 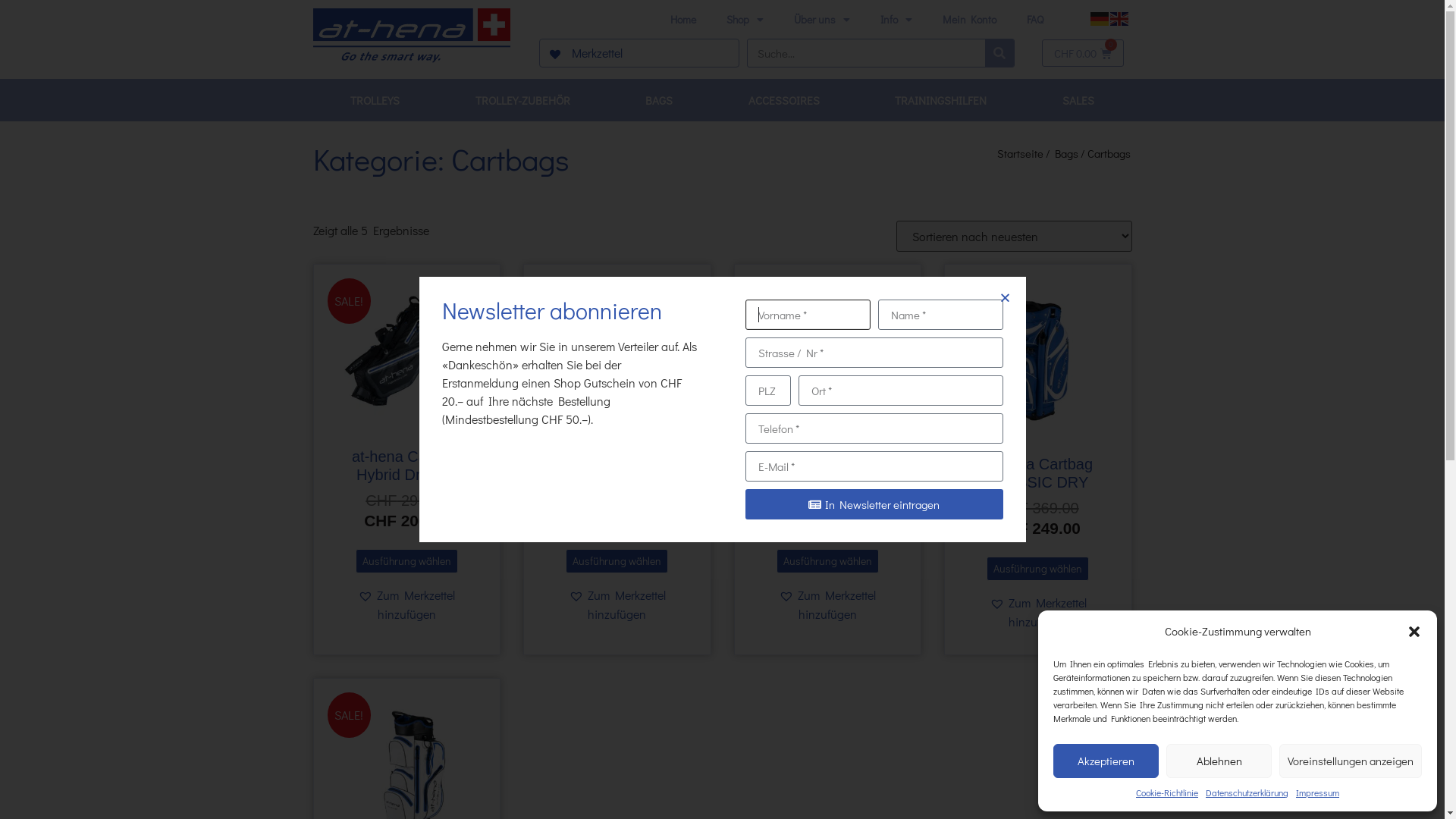 I want to click on 'Cookie-Richtlinie', so click(x=1135, y=792).